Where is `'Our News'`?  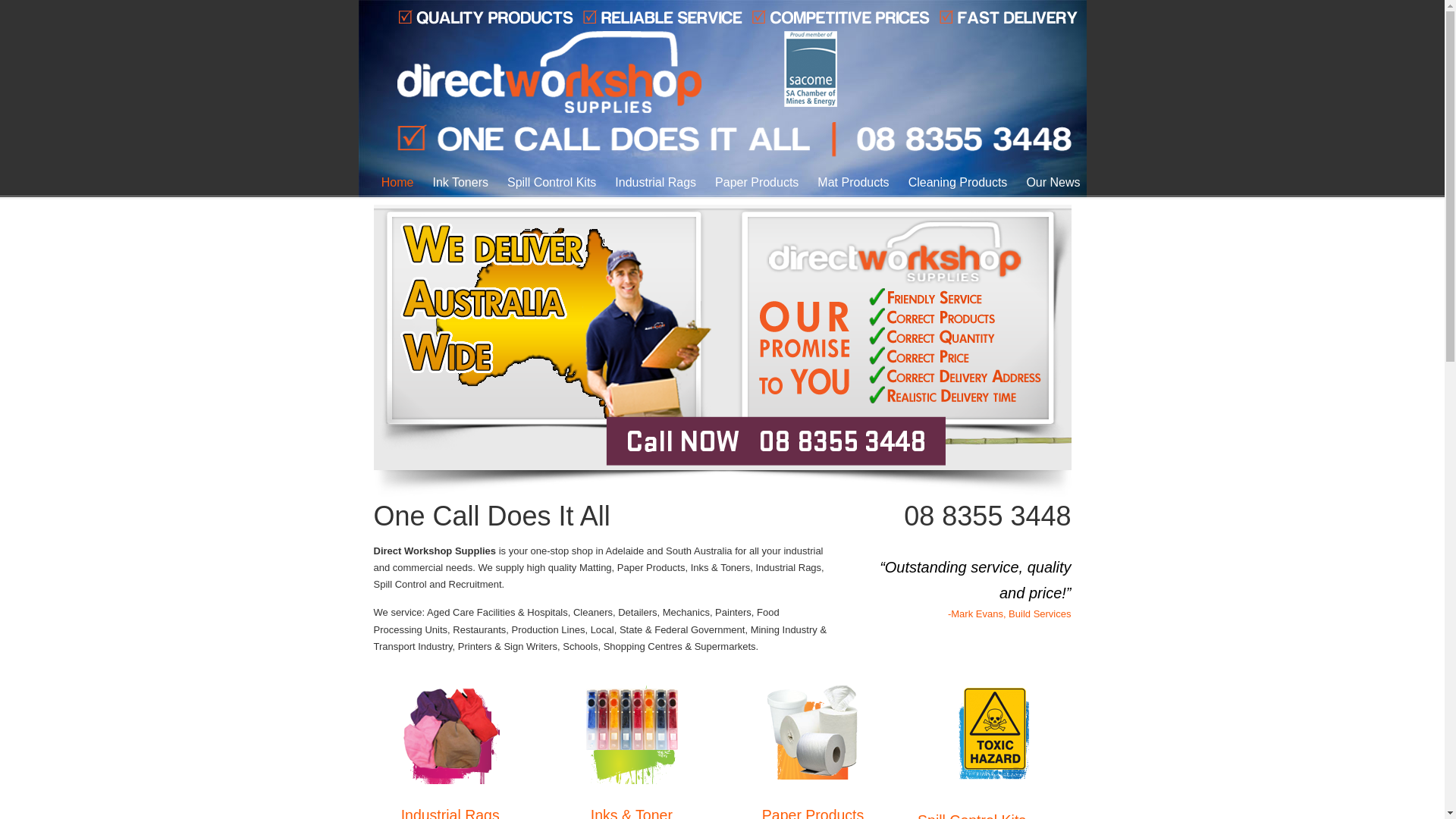 'Our News' is located at coordinates (1047, 181).